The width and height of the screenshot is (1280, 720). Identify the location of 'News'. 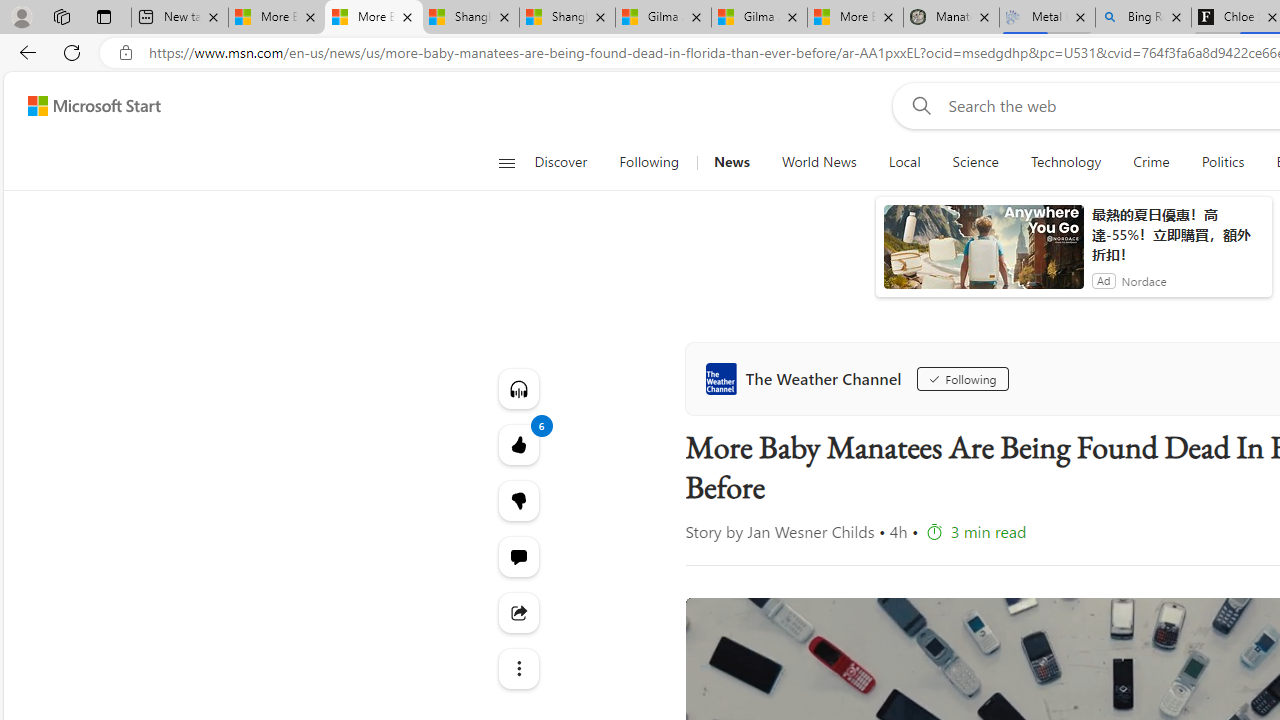
(730, 162).